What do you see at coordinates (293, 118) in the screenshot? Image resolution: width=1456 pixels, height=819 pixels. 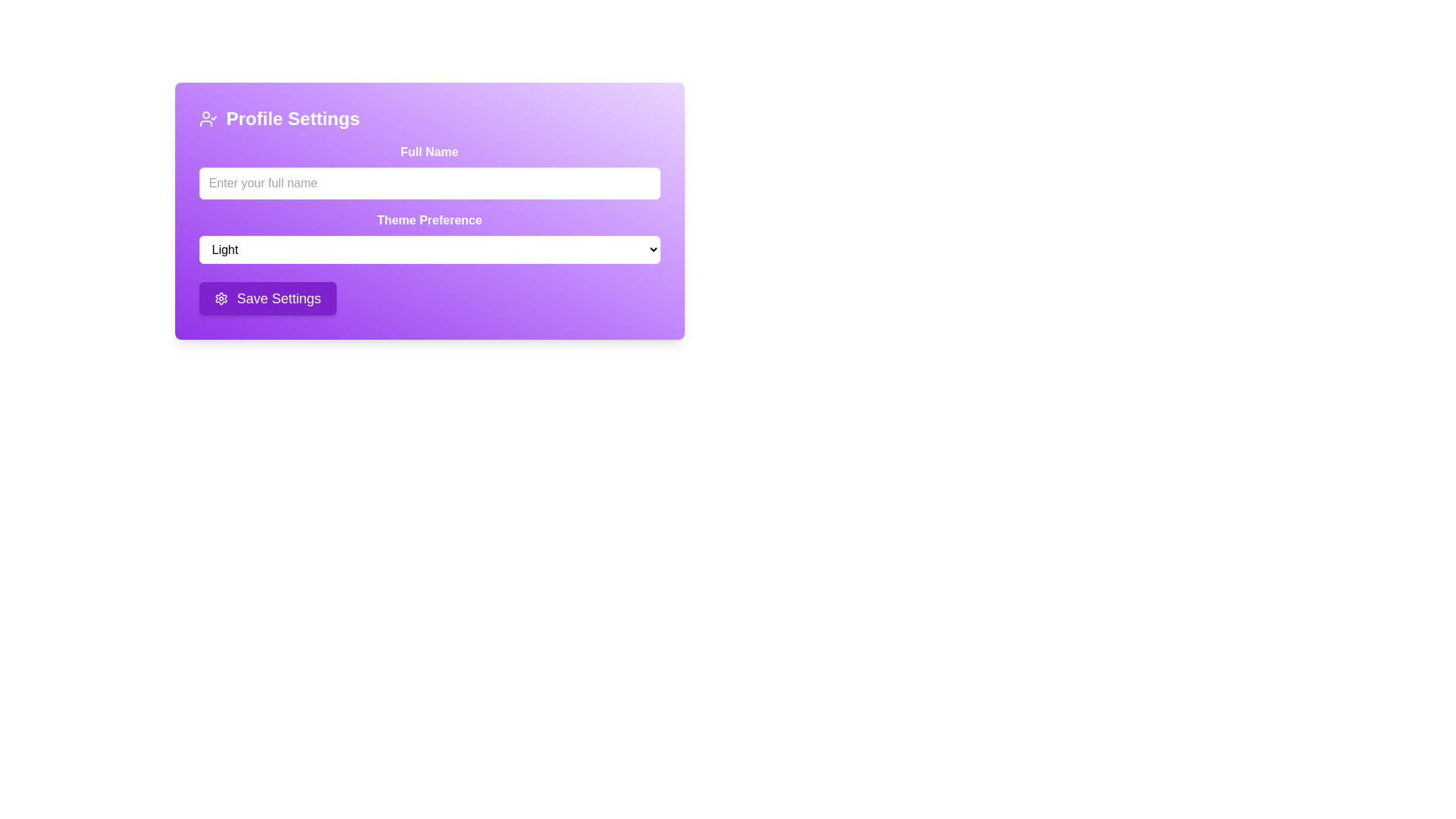 I see `the profile settings header text label, which is positioned between the user check icon and the main form elements` at bounding box center [293, 118].